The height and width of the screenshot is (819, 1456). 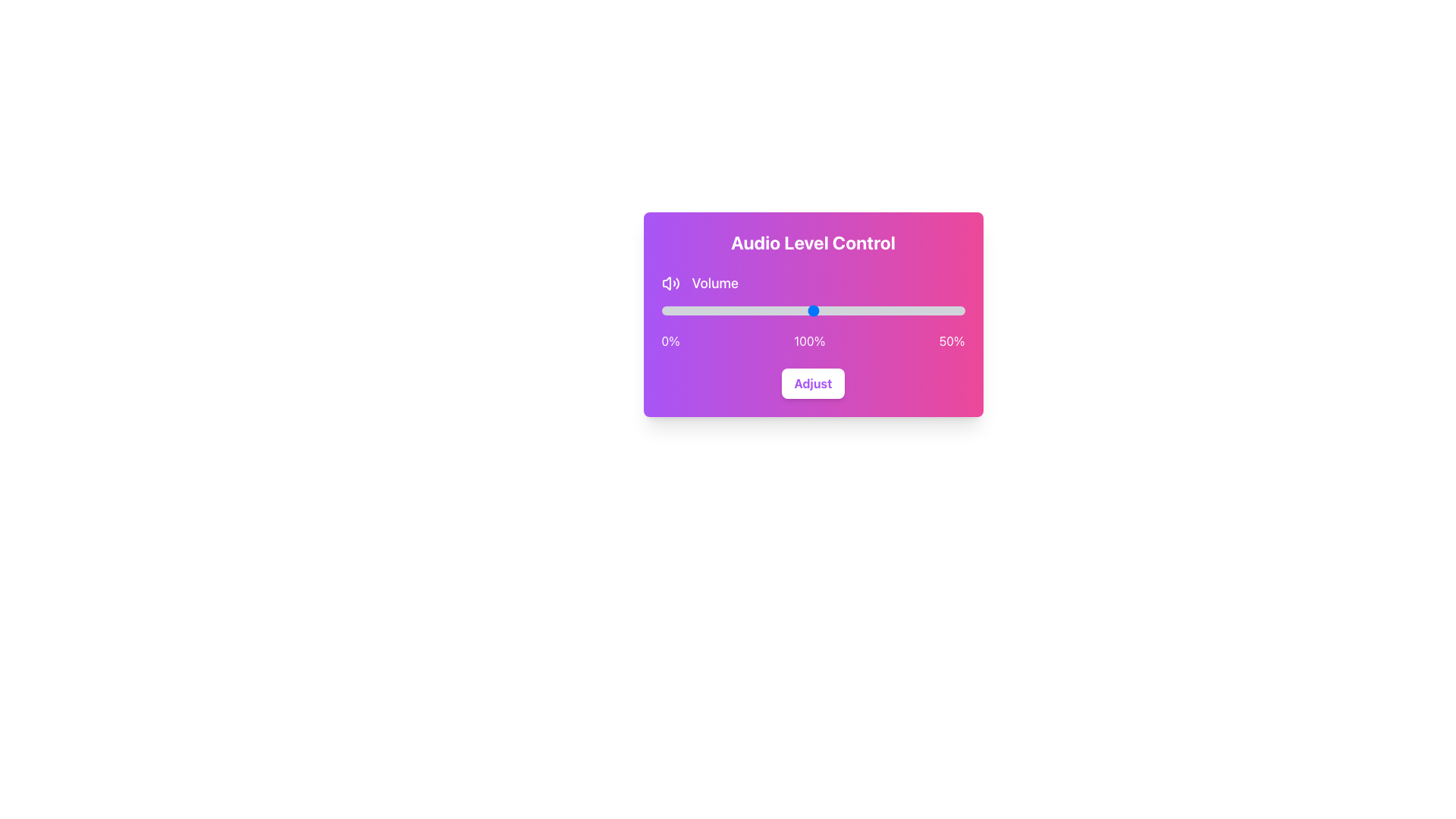 I want to click on the speaker icon with radiating sound waves, which is positioned to the left of the 'Volume' label in the 'Audio Level Control' card, so click(x=670, y=284).